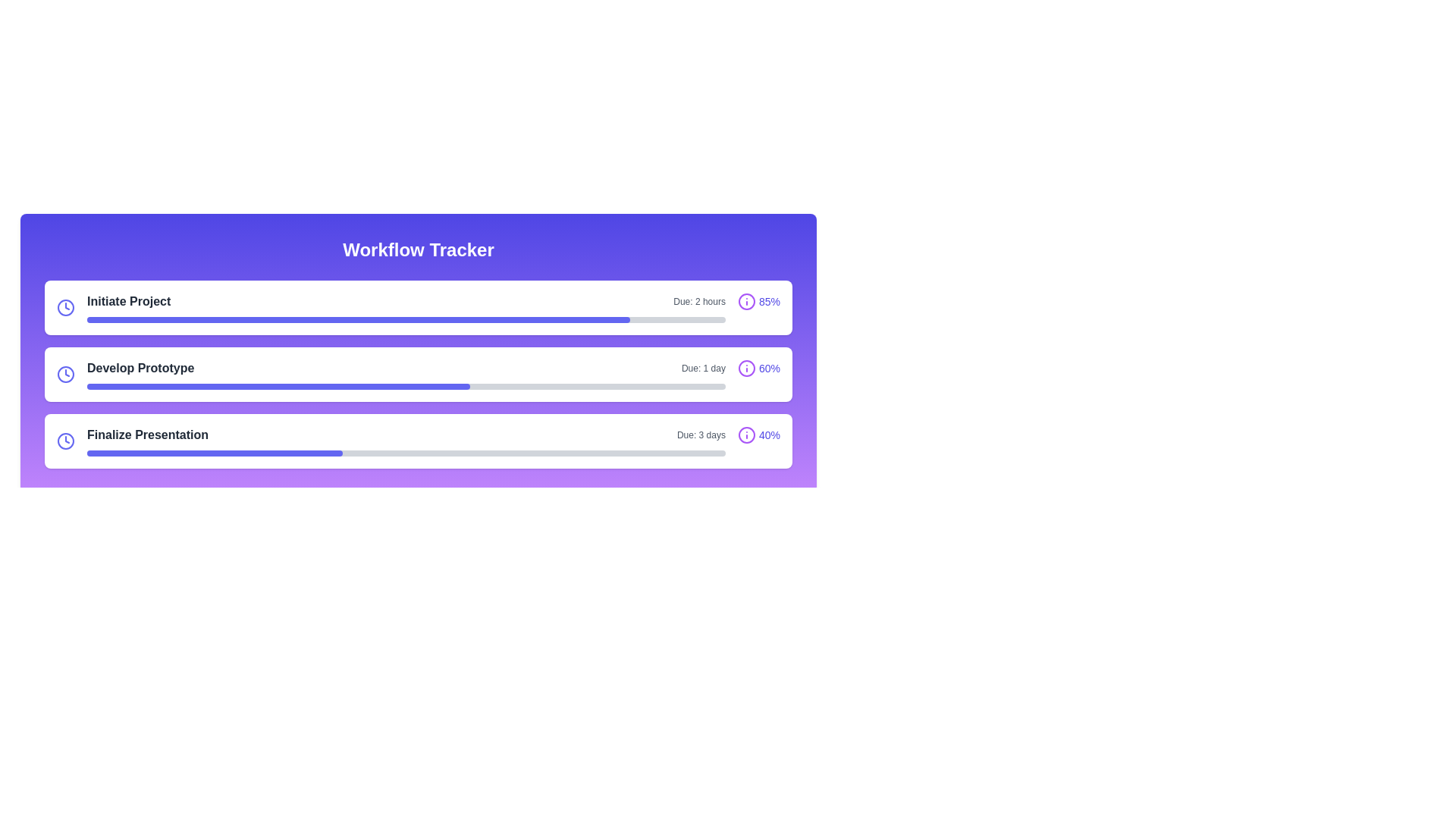 The width and height of the screenshot is (1456, 819). Describe the element at coordinates (406, 318) in the screenshot. I see `the progress displayed on the progress bar under the 'Initiate Project' panel, which indicates 85% completion` at that location.